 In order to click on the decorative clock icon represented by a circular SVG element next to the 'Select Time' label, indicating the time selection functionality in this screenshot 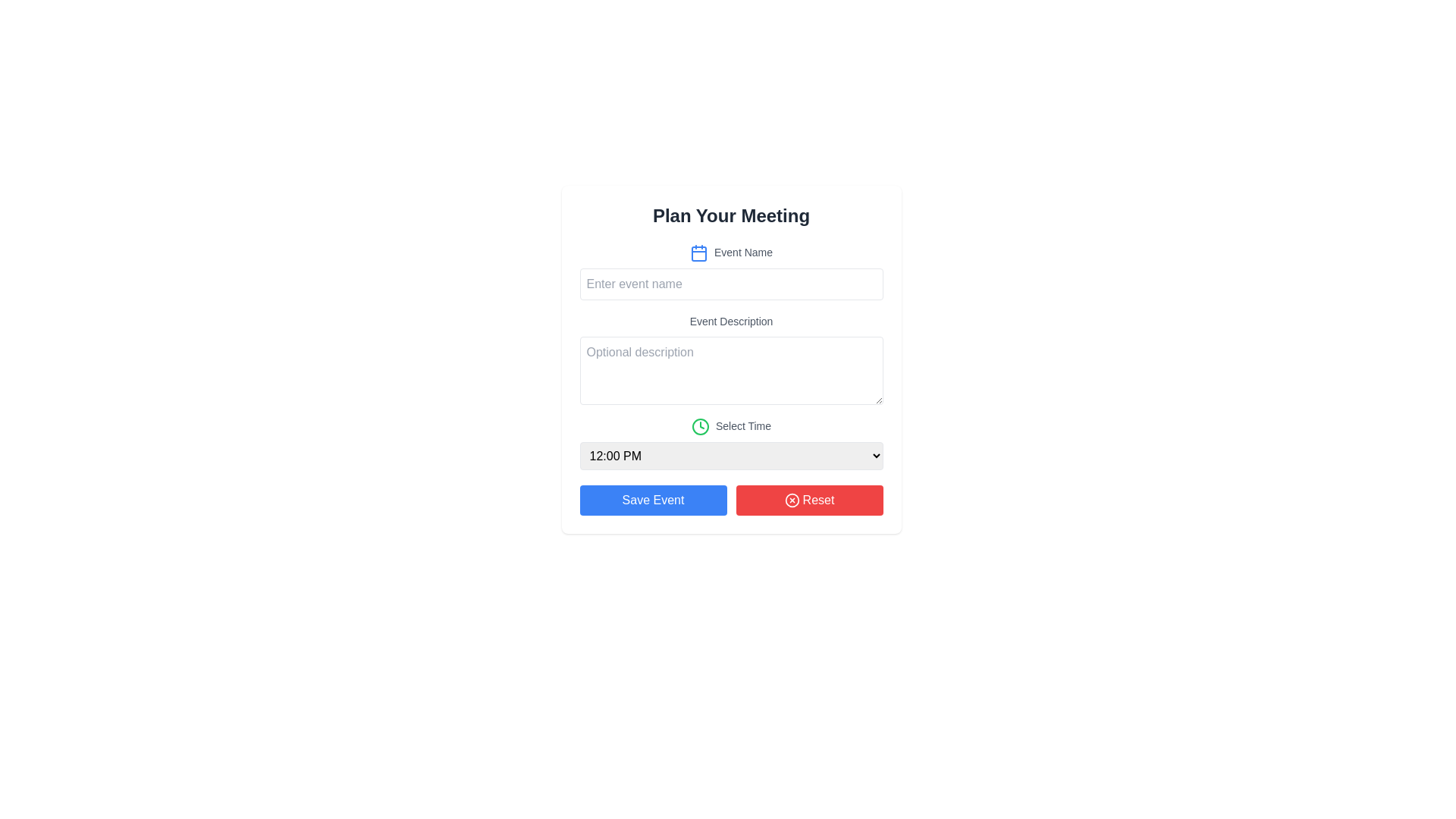, I will do `click(699, 426)`.